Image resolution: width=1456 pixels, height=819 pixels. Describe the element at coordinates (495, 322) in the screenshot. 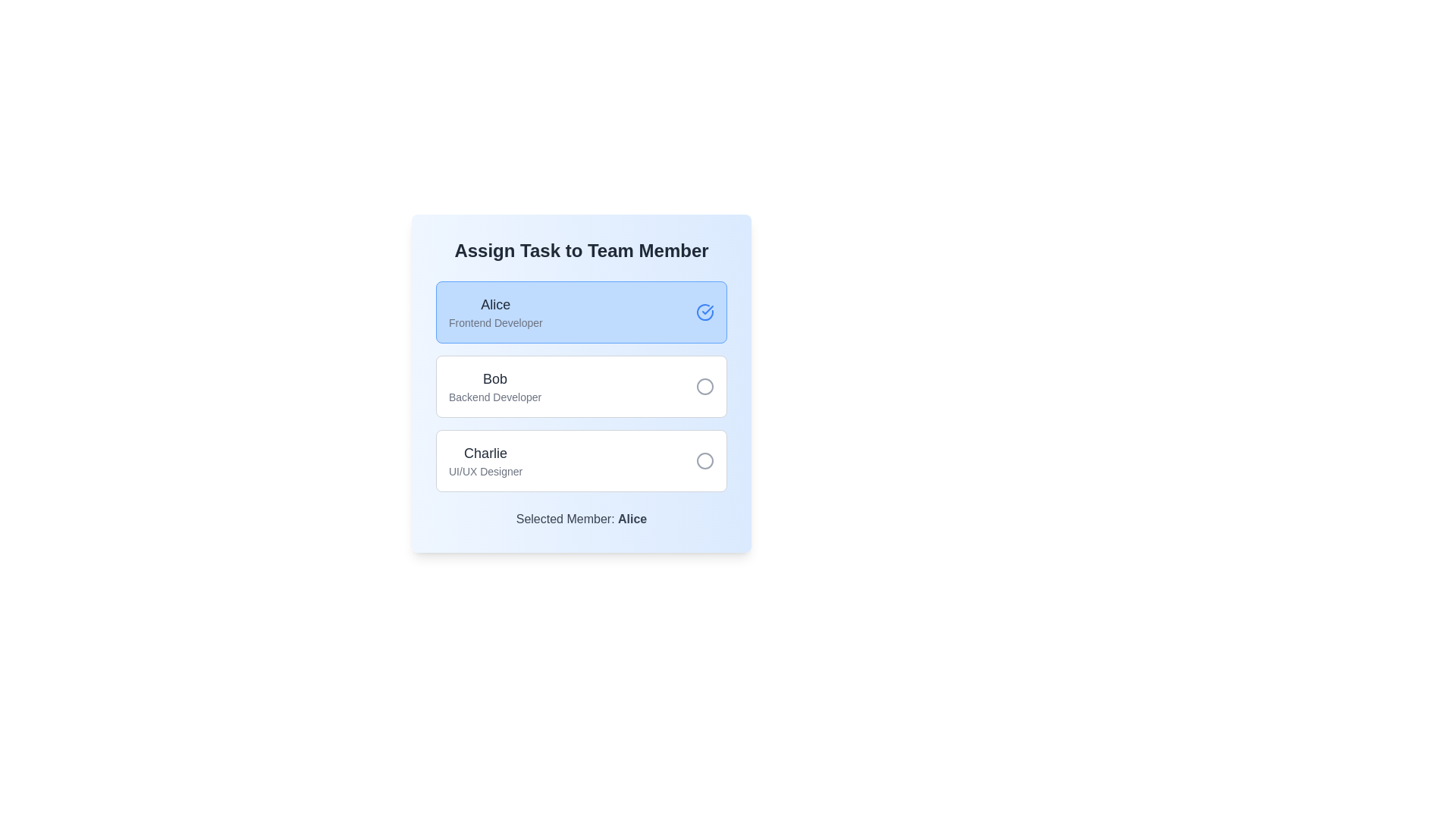

I see `the non-interactive text label indicating the role or position of 'Alice', which is positioned directly below the label 'Alice' in the team members list` at that location.